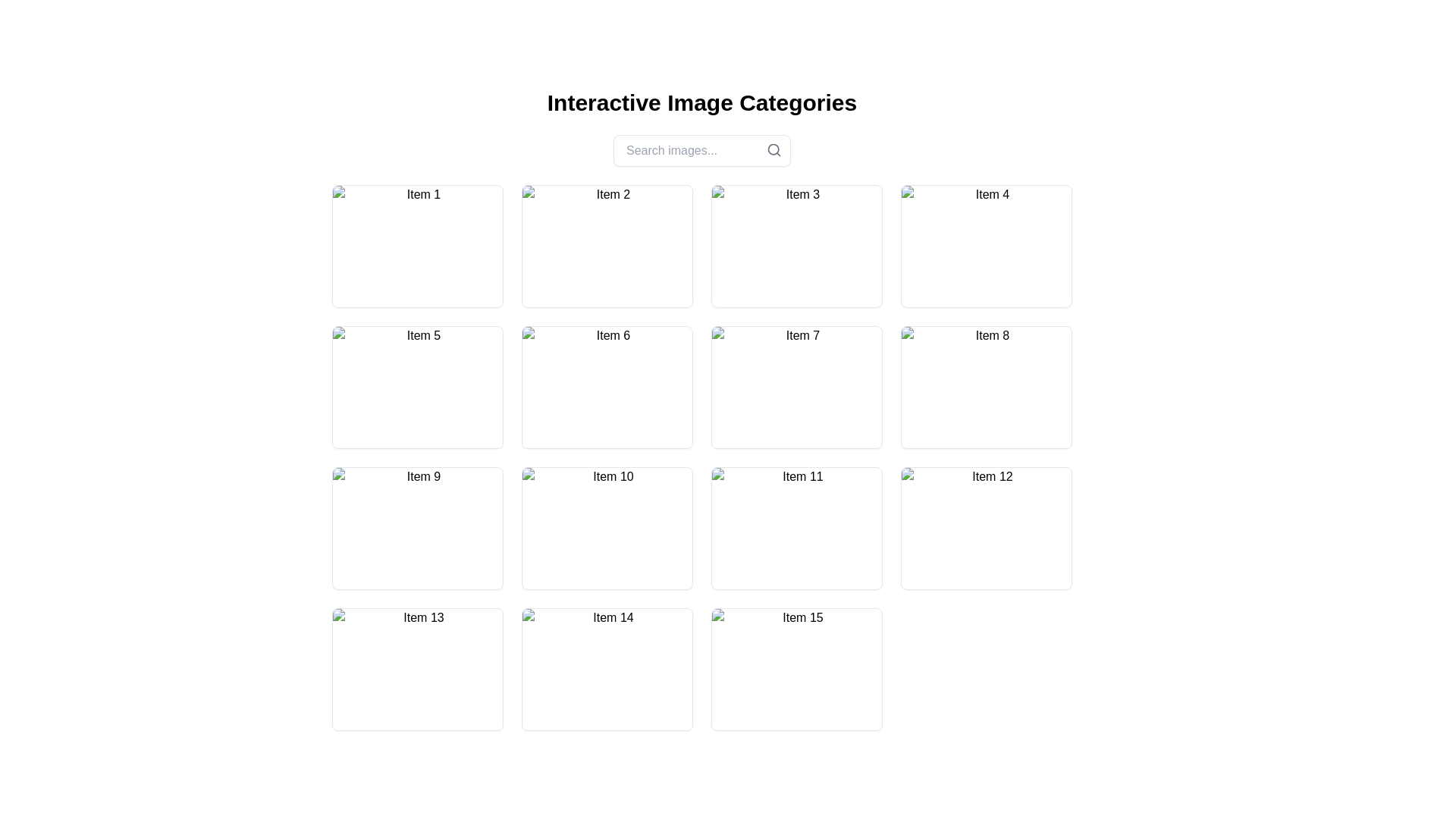 This screenshot has height=819, width=1456. I want to click on the 'Item 9' text label located, so click(418, 519).